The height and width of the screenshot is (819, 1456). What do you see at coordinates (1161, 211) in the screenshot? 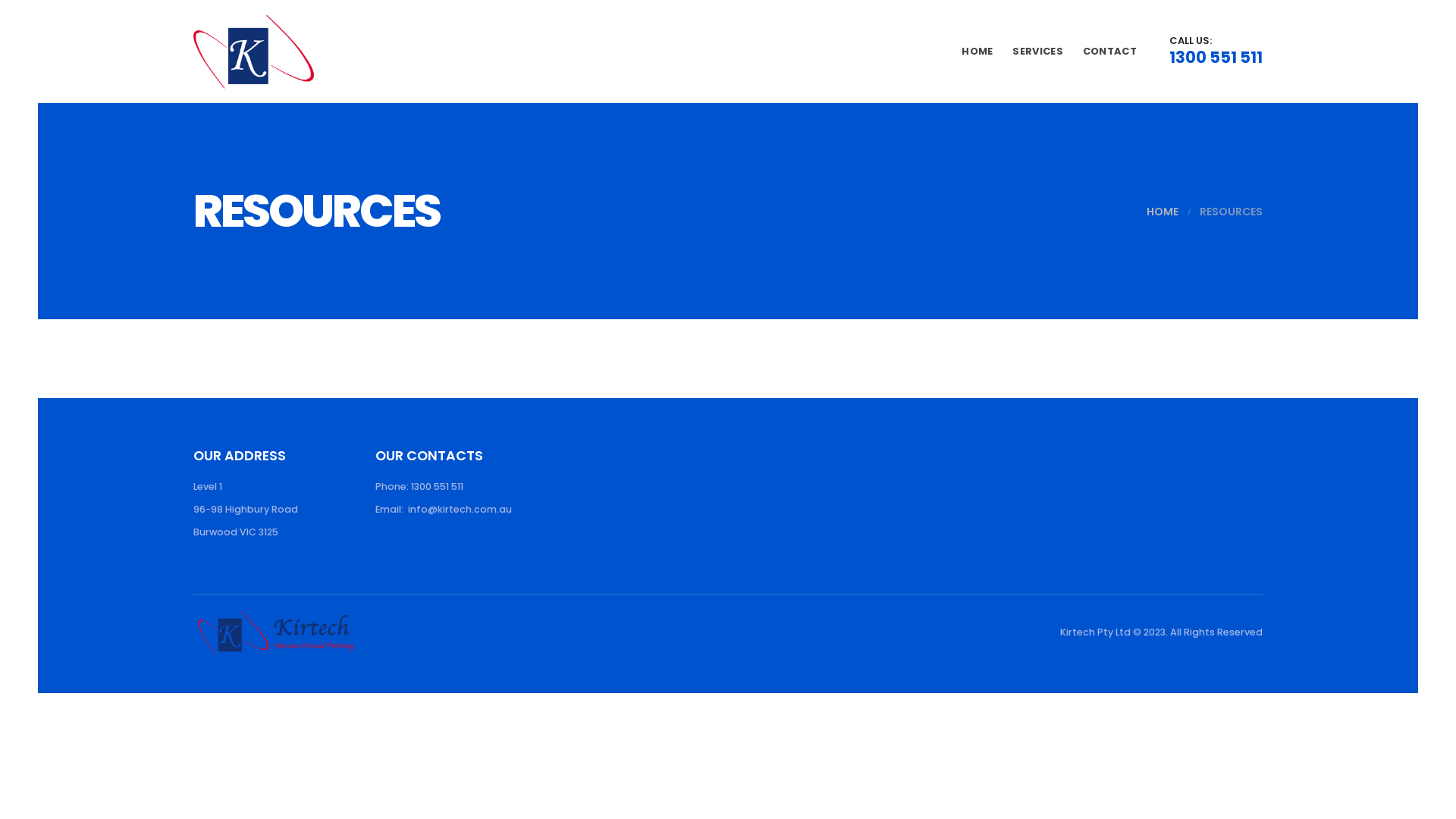
I see `'HOME'` at bounding box center [1161, 211].